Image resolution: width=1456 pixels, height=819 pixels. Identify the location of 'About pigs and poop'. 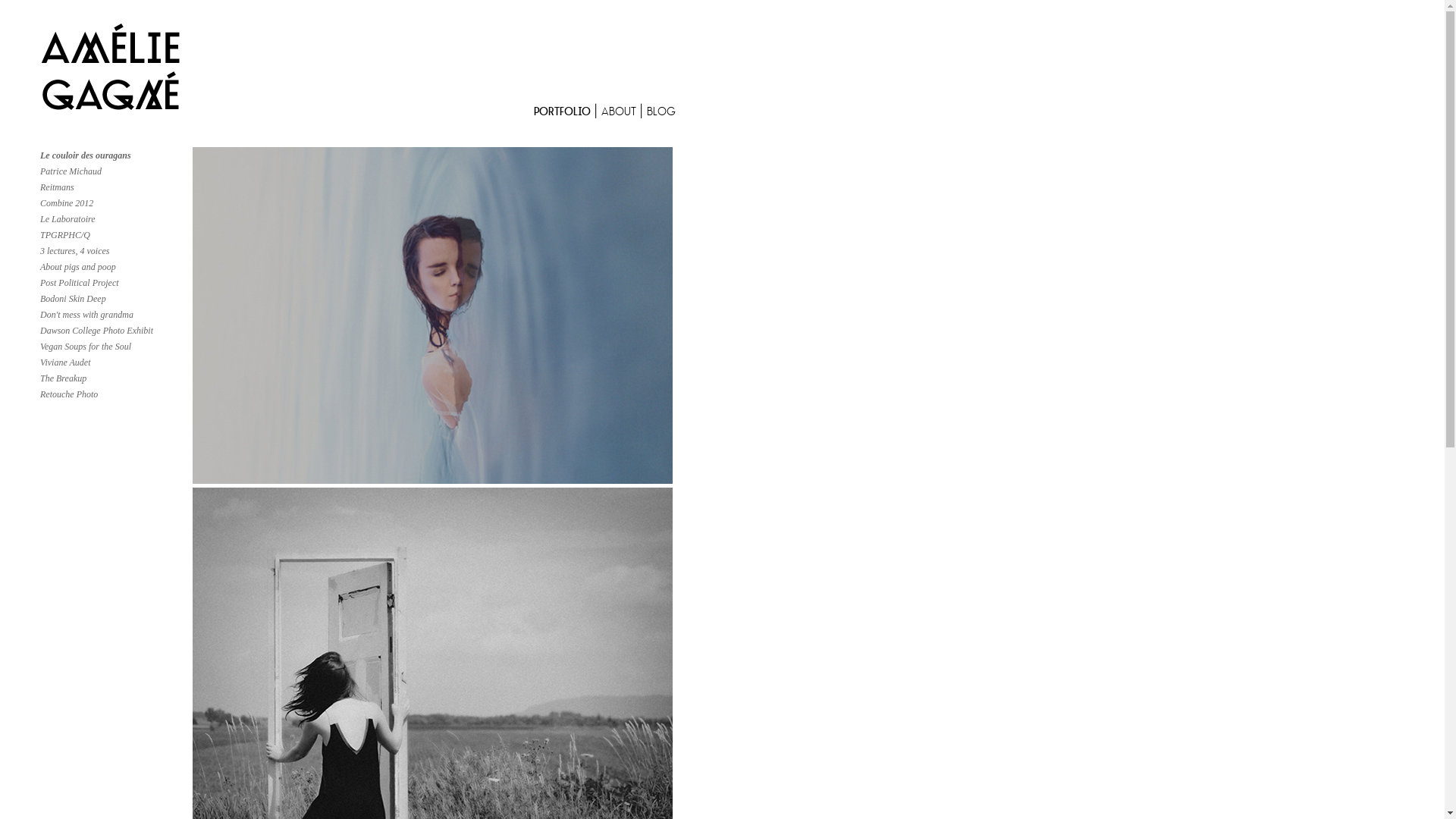
(77, 265).